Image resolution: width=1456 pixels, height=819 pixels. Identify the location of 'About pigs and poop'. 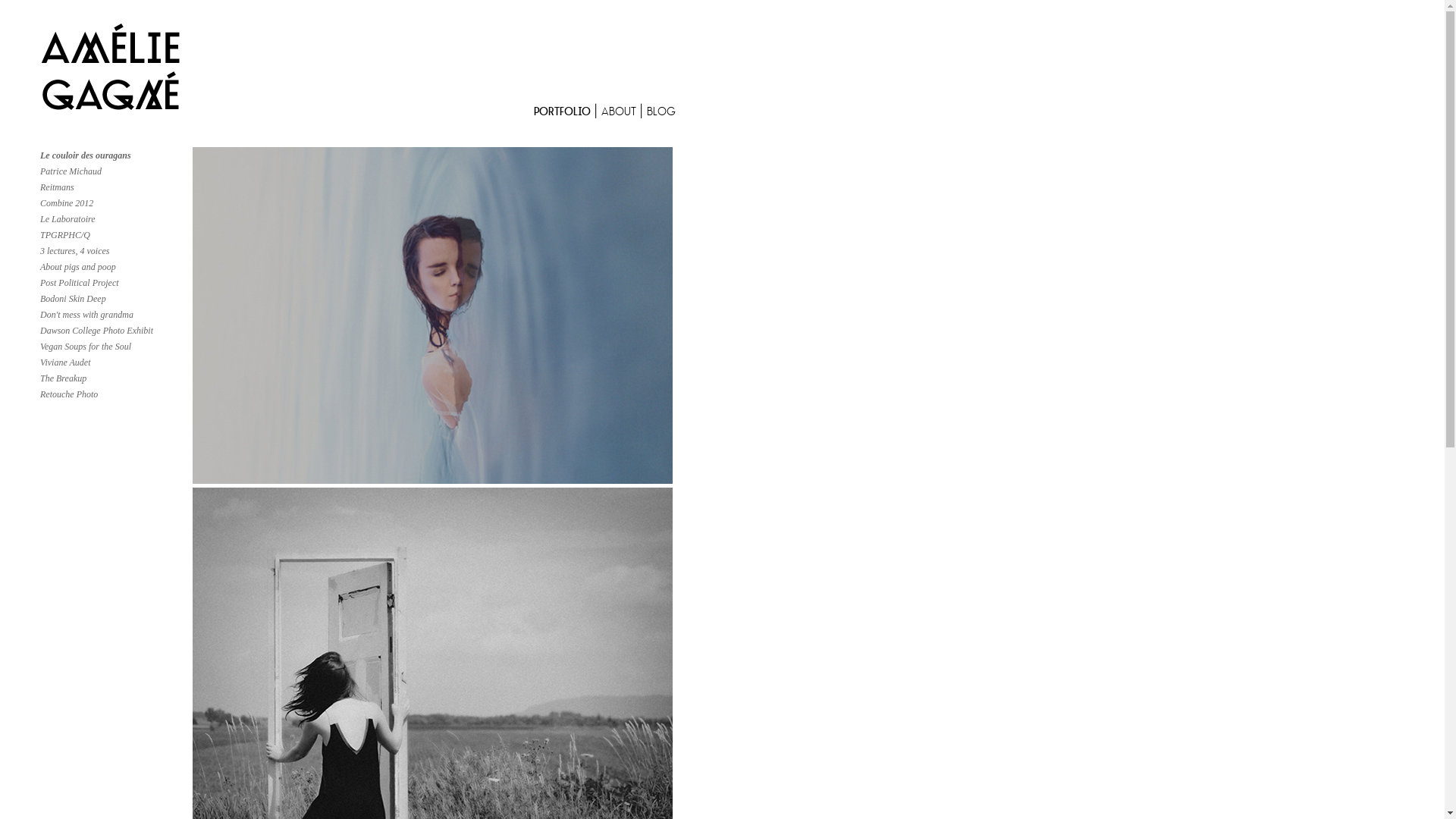
(77, 265).